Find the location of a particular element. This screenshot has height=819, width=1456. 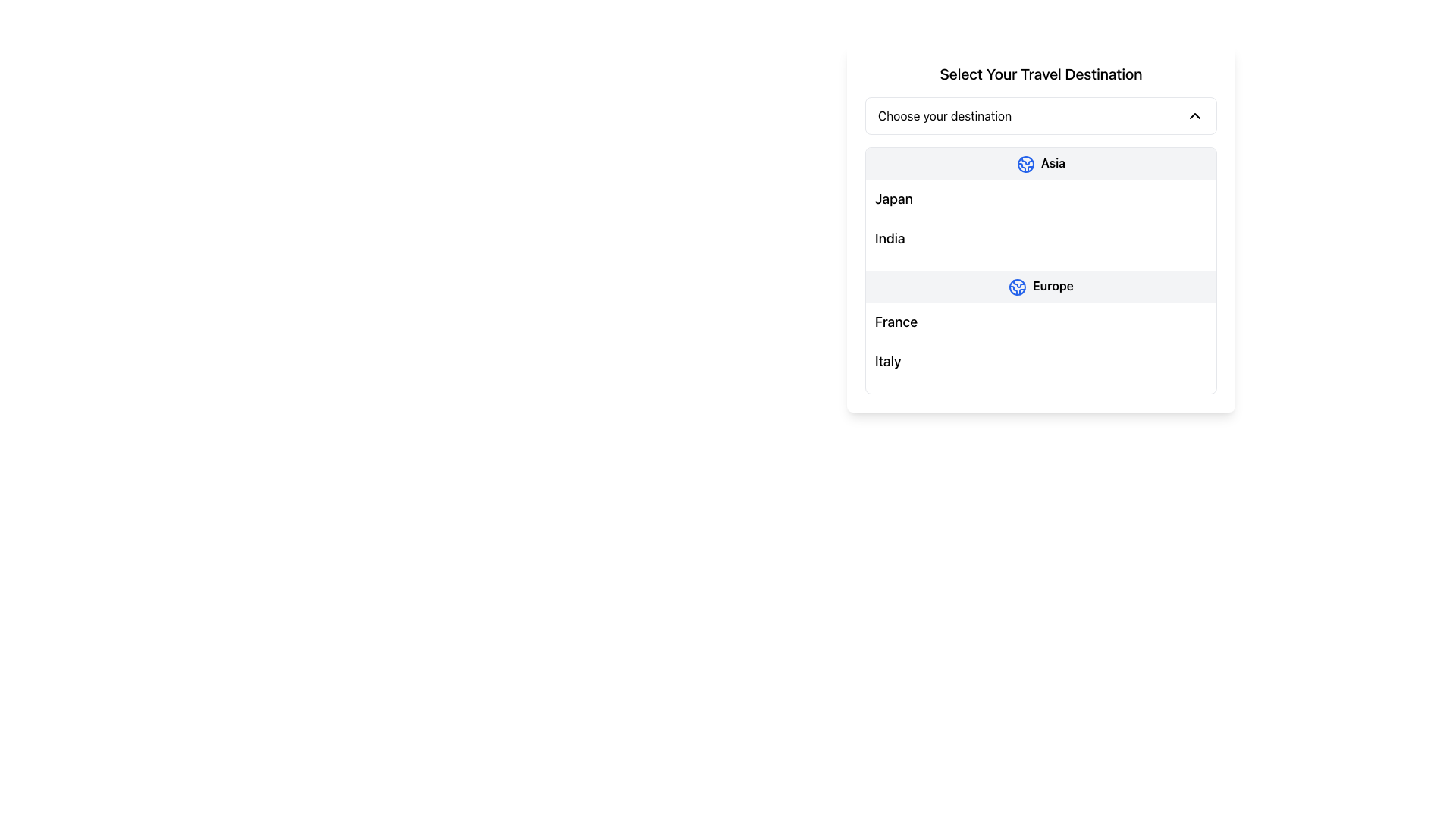

the 'Europe' text label in the dropdown list is located at coordinates (1052, 285).